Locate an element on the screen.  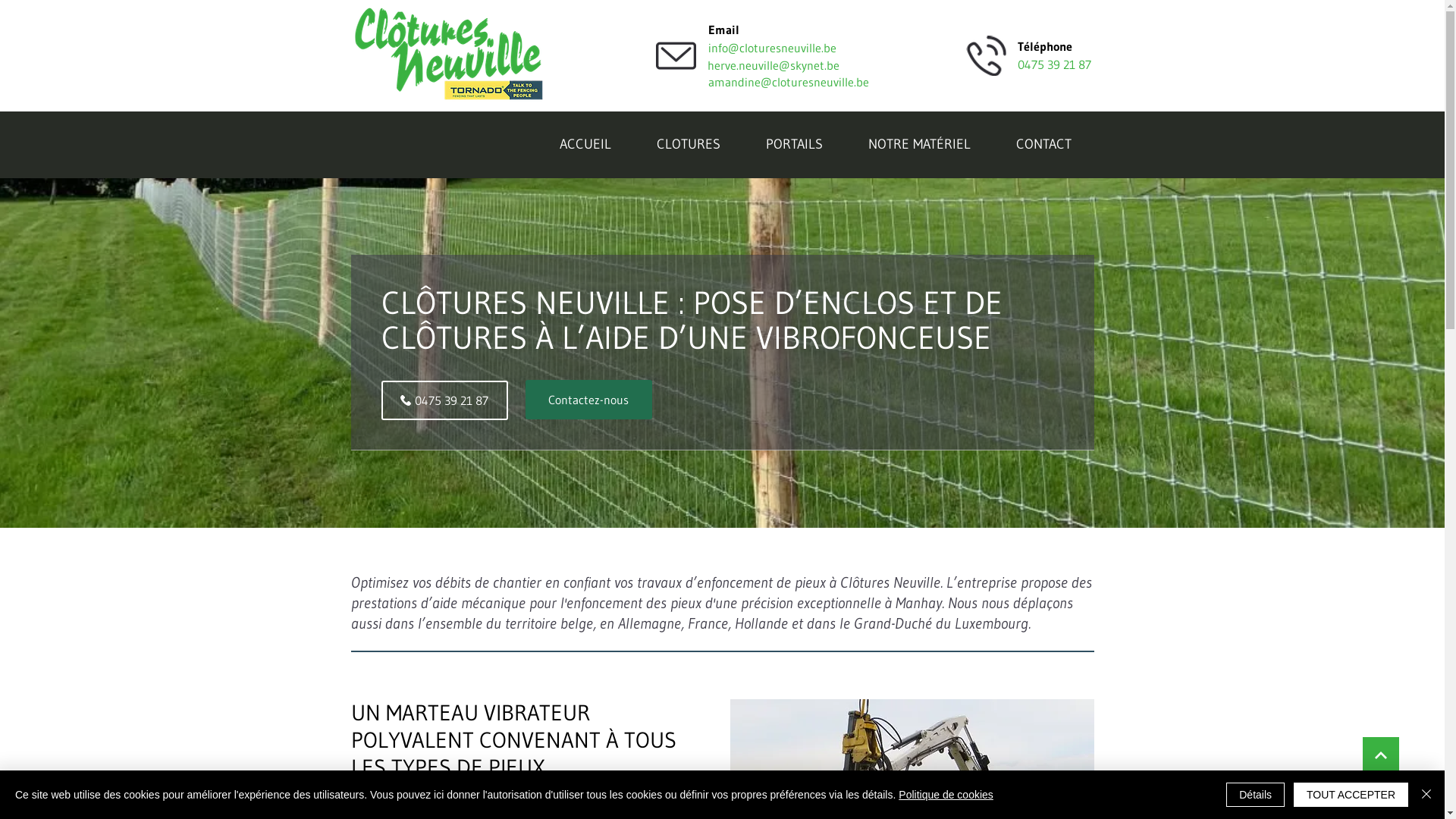
'info@cloturesneuville.be' is located at coordinates (772, 46).